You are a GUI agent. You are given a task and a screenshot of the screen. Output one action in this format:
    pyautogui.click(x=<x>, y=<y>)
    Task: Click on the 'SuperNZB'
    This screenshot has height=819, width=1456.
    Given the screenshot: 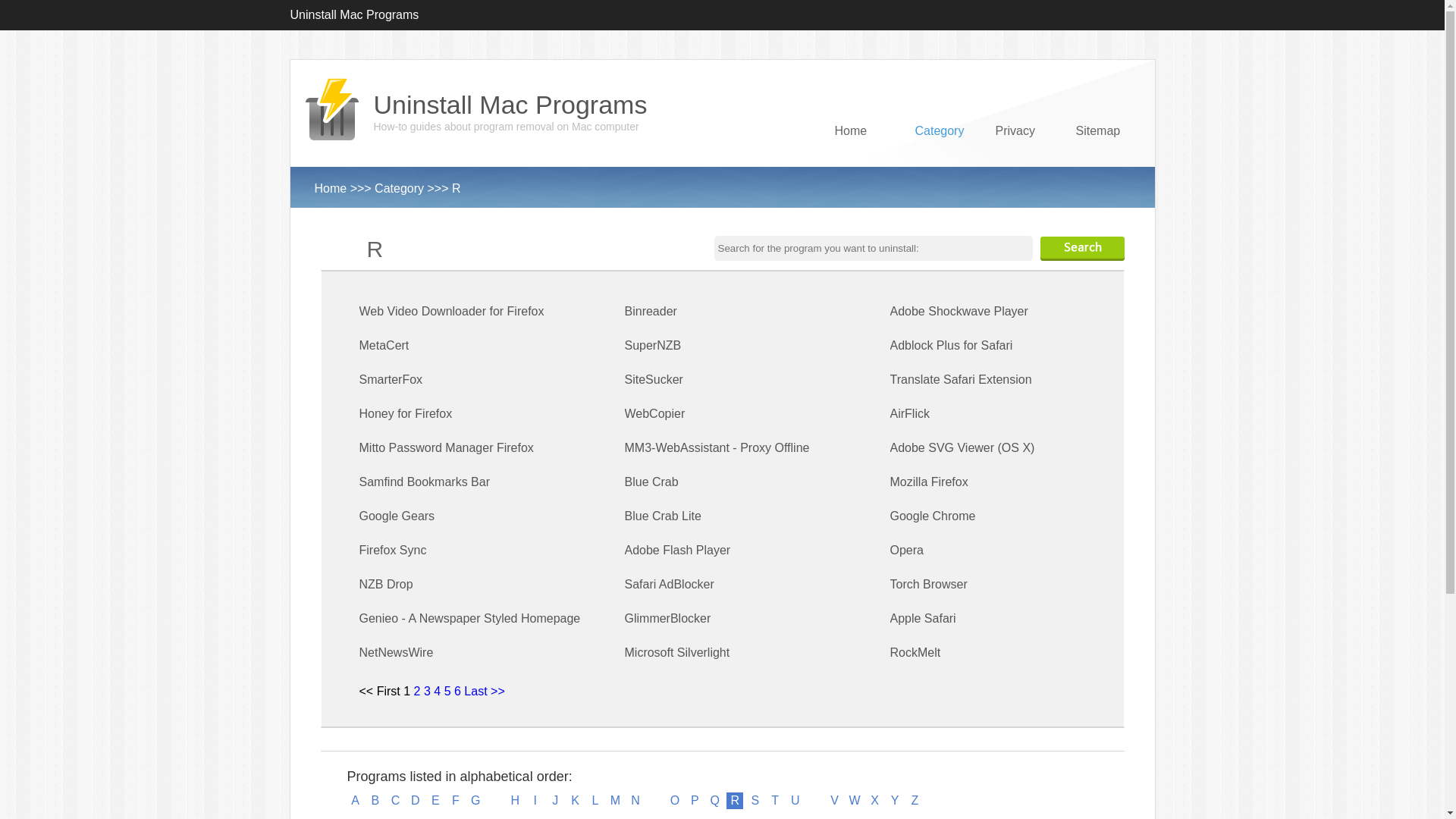 What is the action you would take?
    pyautogui.click(x=653, y=345)
    